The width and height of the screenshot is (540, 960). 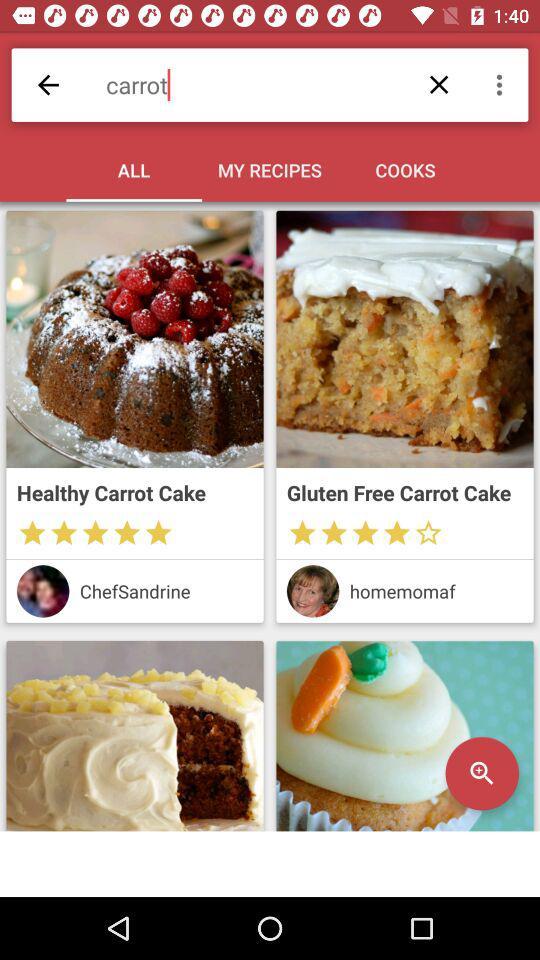 What do you see at coordinates (435, 591) in the screenshot?
I see `homemomaf icon` at bounding box center [435, 591].